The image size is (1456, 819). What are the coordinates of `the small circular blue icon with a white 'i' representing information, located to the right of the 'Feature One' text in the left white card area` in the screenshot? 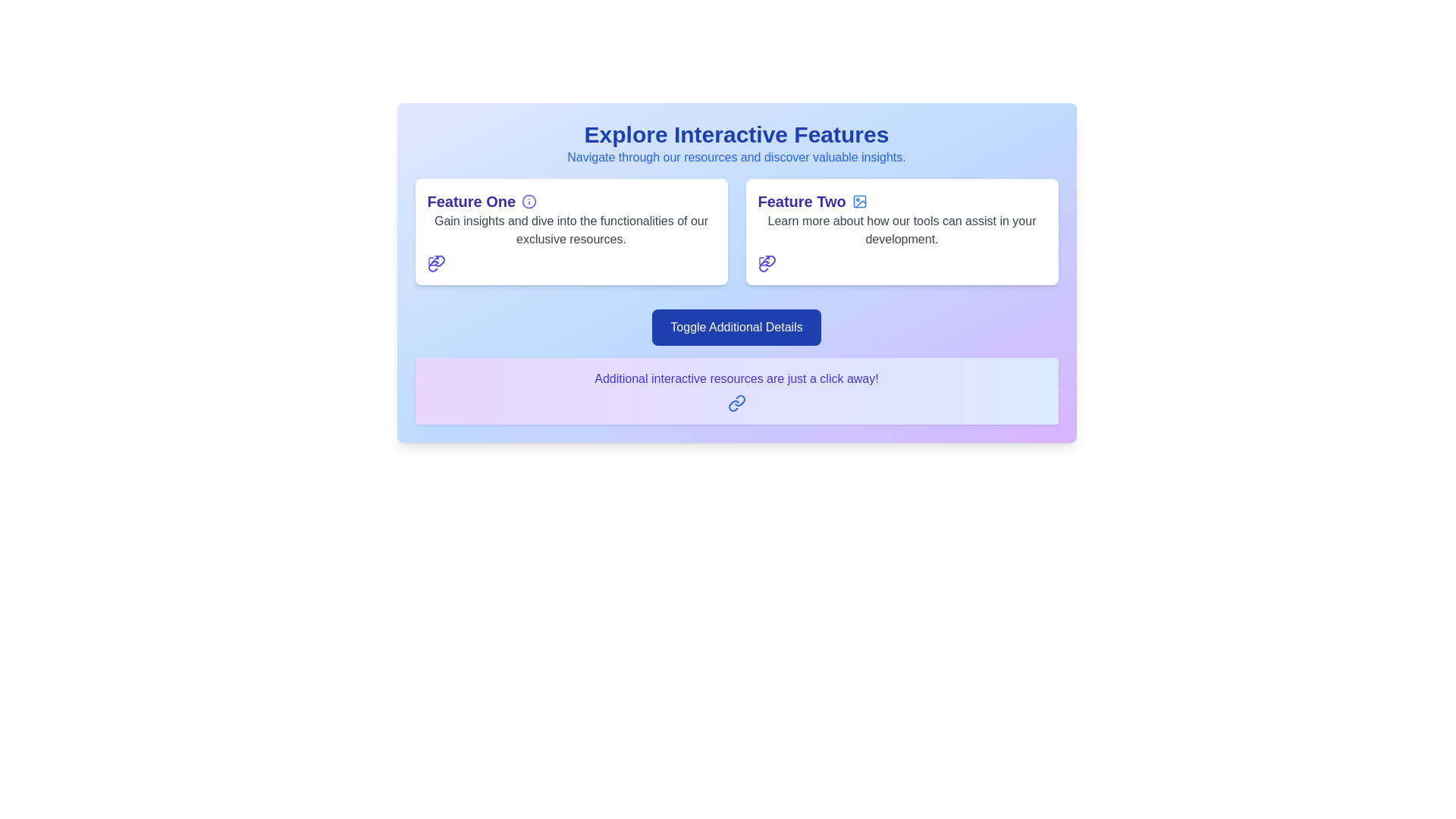 It's located at (529, 201).